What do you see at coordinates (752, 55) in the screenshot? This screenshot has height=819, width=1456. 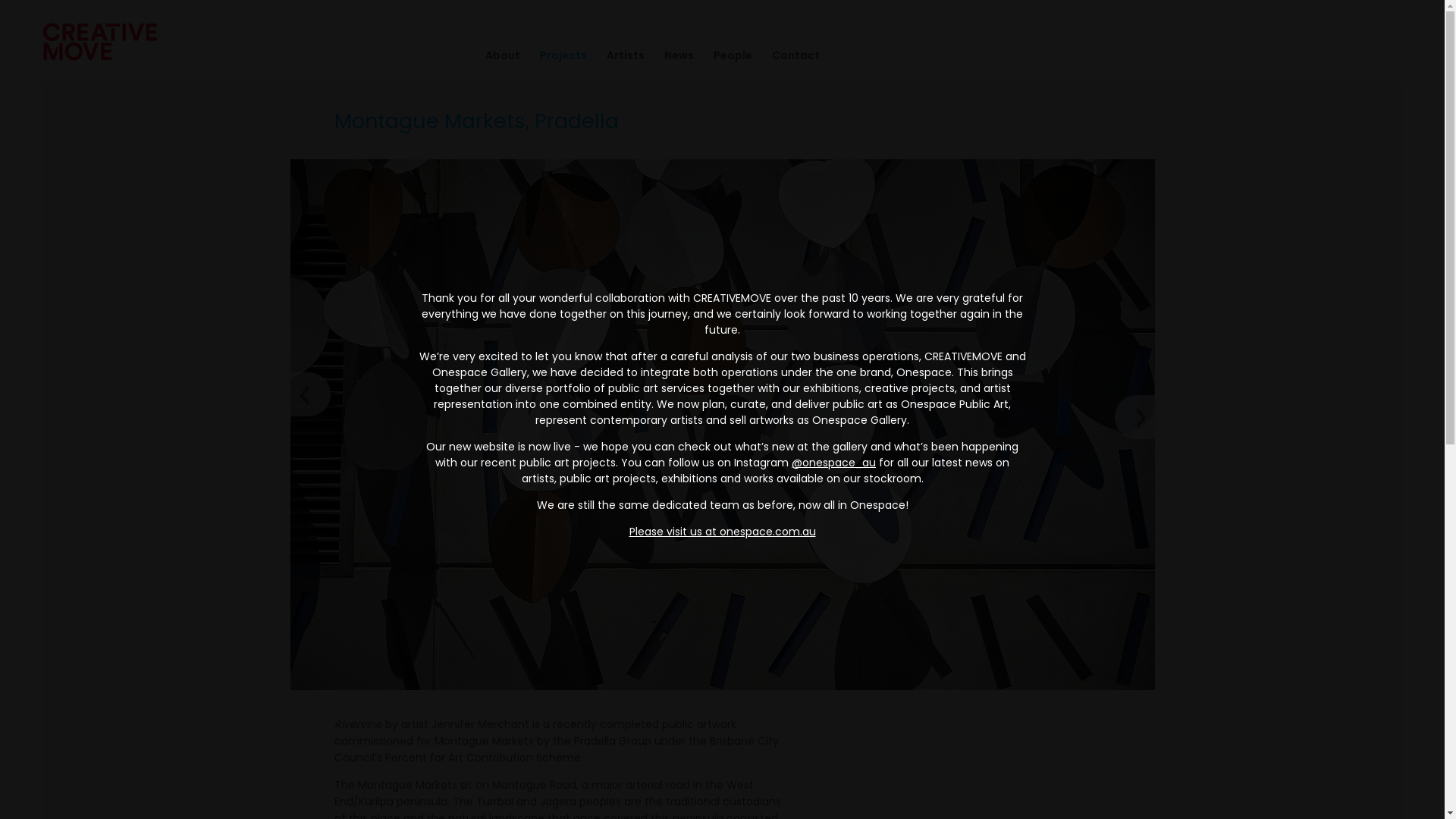 I see `'Contact'` at bounding box center [752, 55].